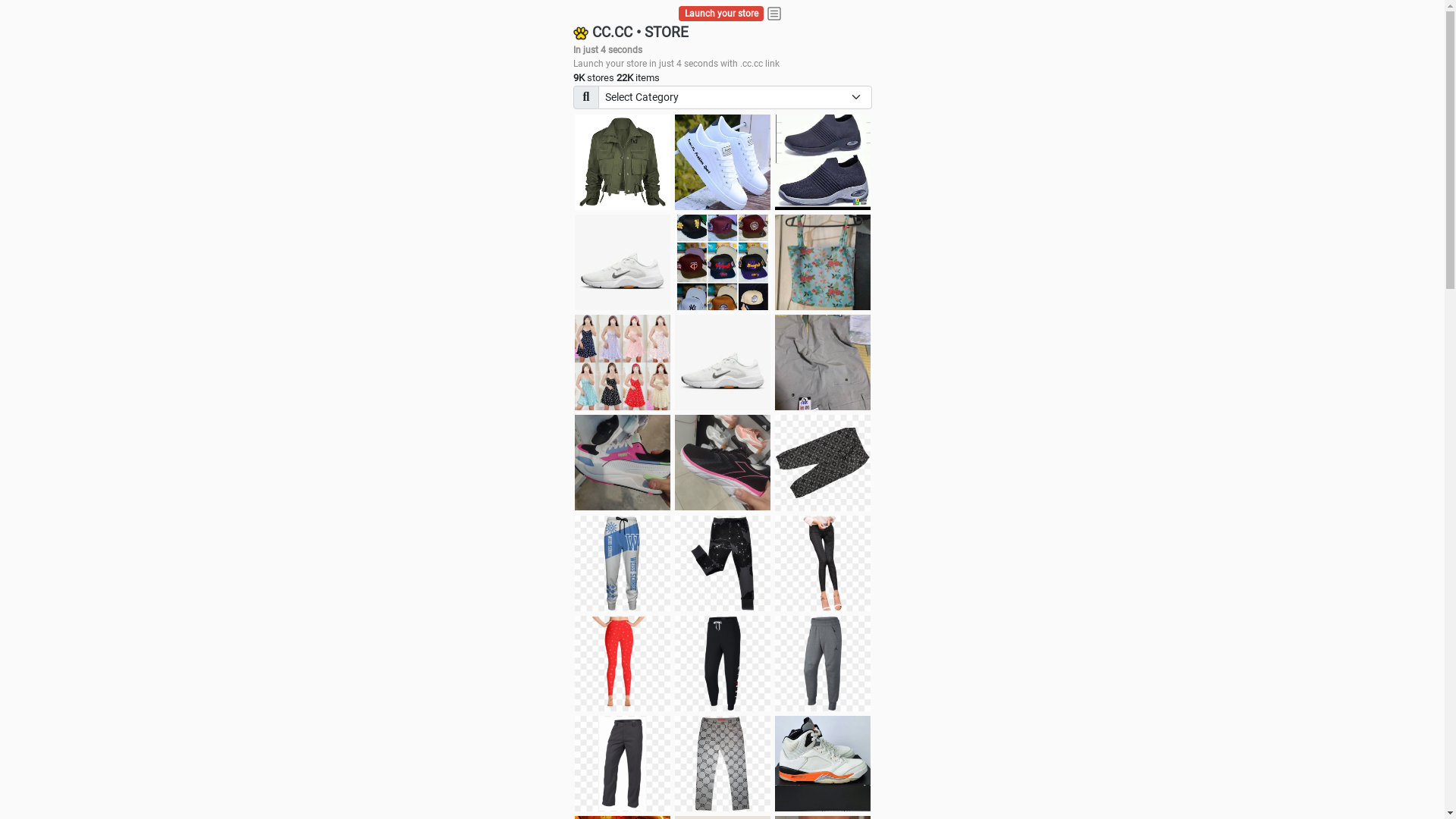  What do you see at coordinates (622, 162) in the screenshot?
I see `'jacket'` at bounding box center [622, 162].